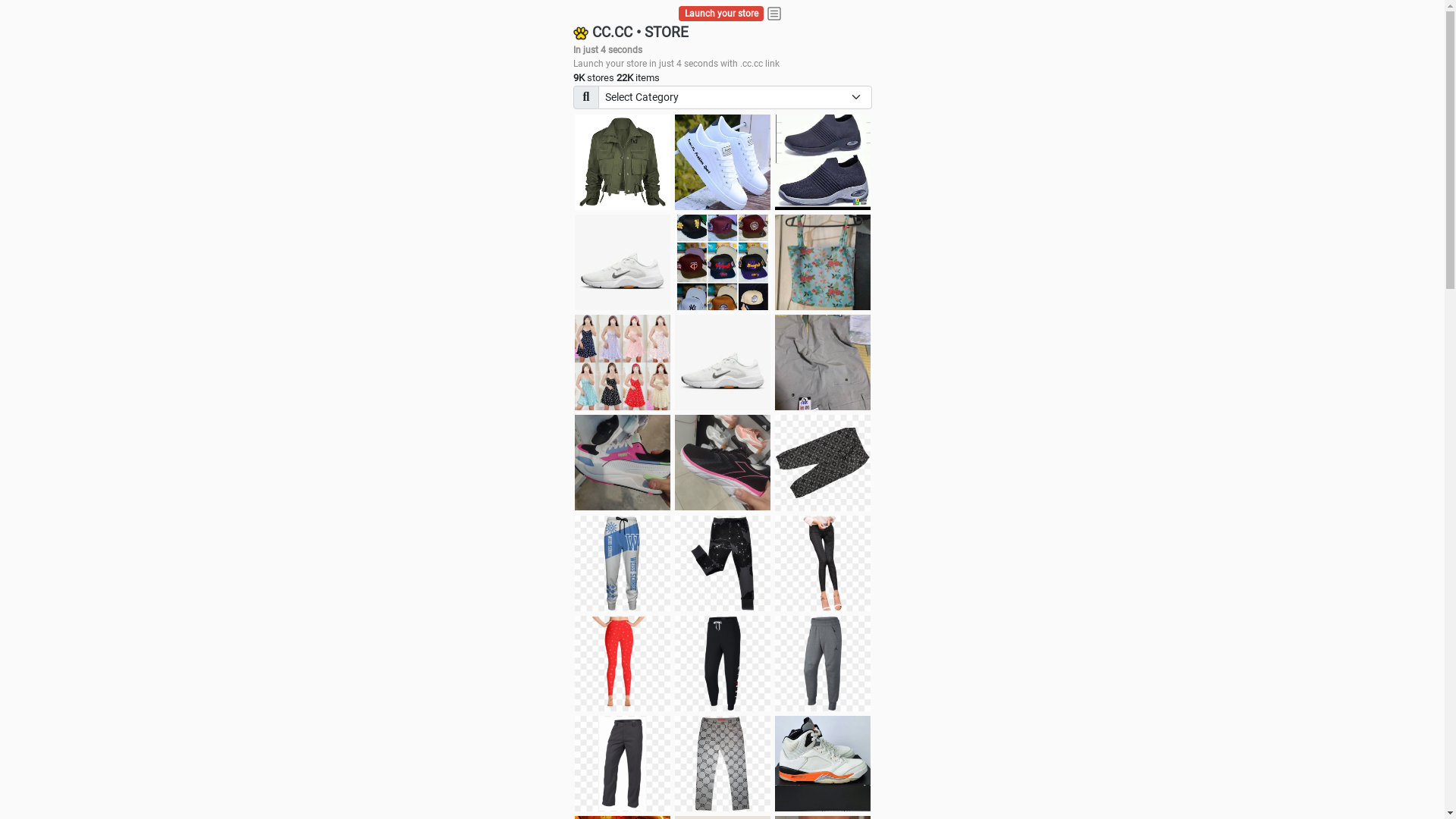  What do you see at coordinates (622, 162) in the screenshot?
I see `'jacket'` at bounding box center [622, 162].